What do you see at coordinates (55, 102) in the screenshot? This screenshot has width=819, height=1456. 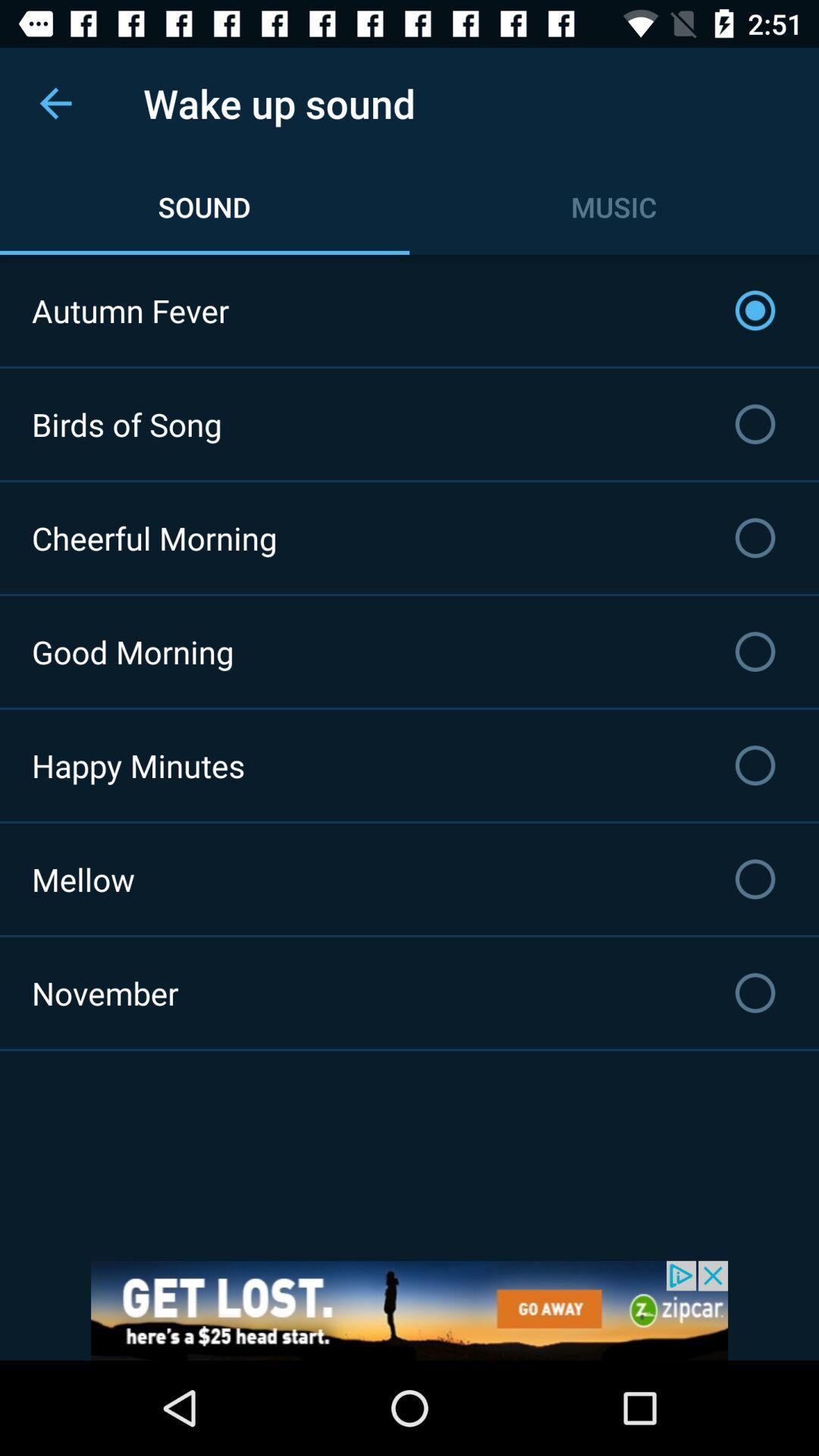 I see `the item above autumn fever item` at bounding box center [55, 102].